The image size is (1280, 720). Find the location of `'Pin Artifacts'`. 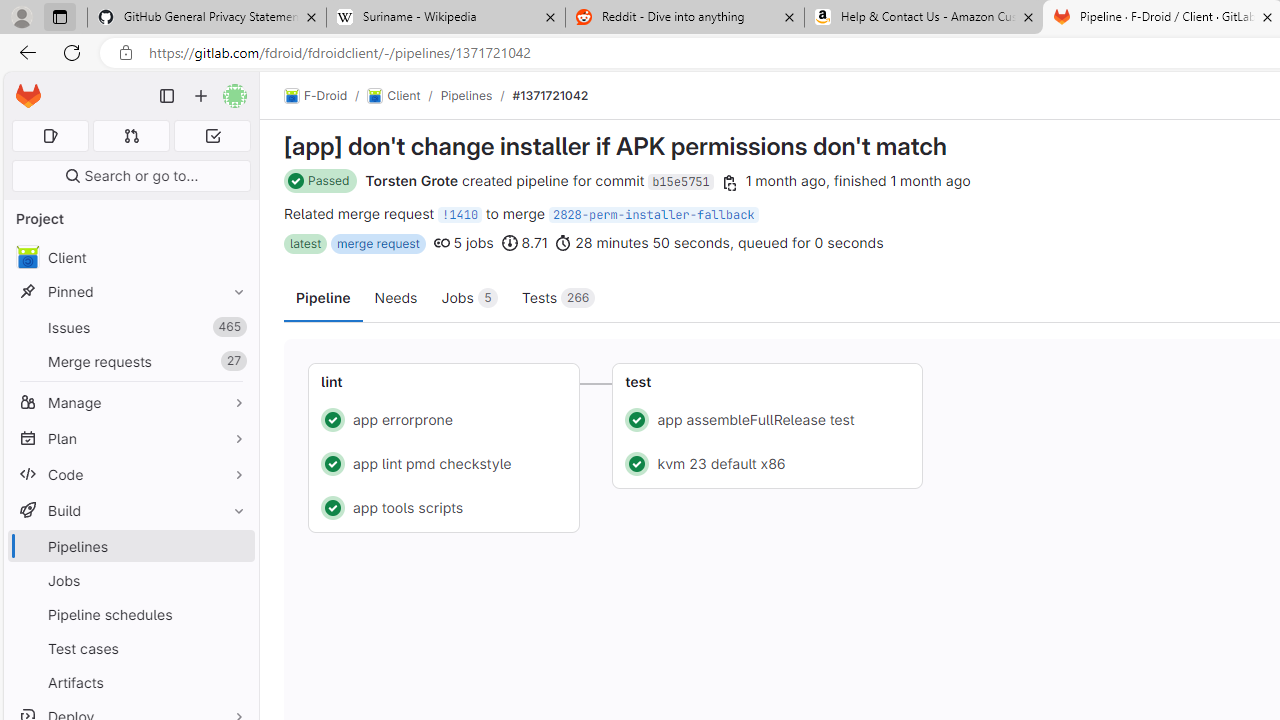

'Pin Artifacts' is located at coordinates (234, 681).